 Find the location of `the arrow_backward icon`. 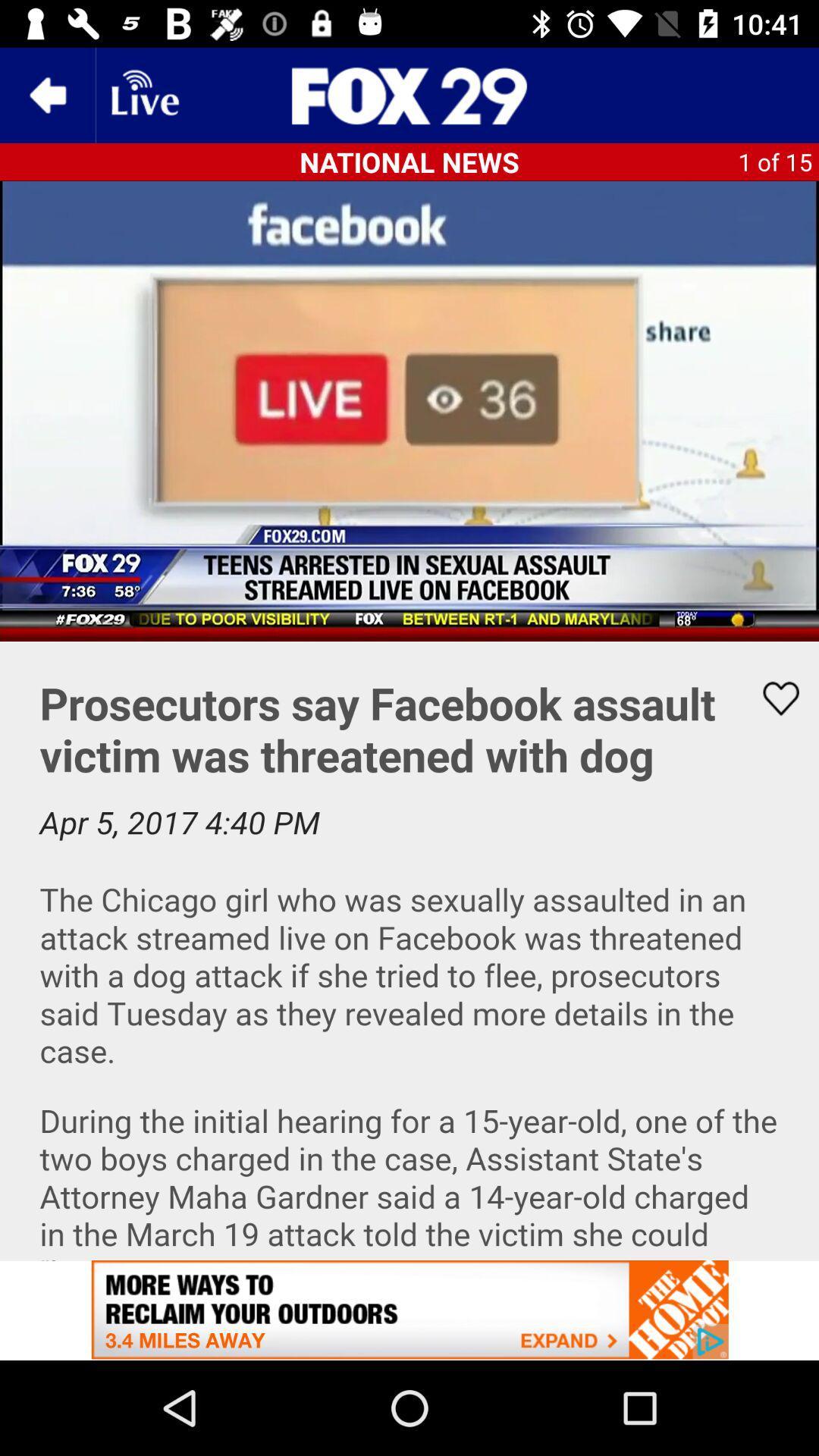

the arrow_backward icon is located at coordinates (46, 94).